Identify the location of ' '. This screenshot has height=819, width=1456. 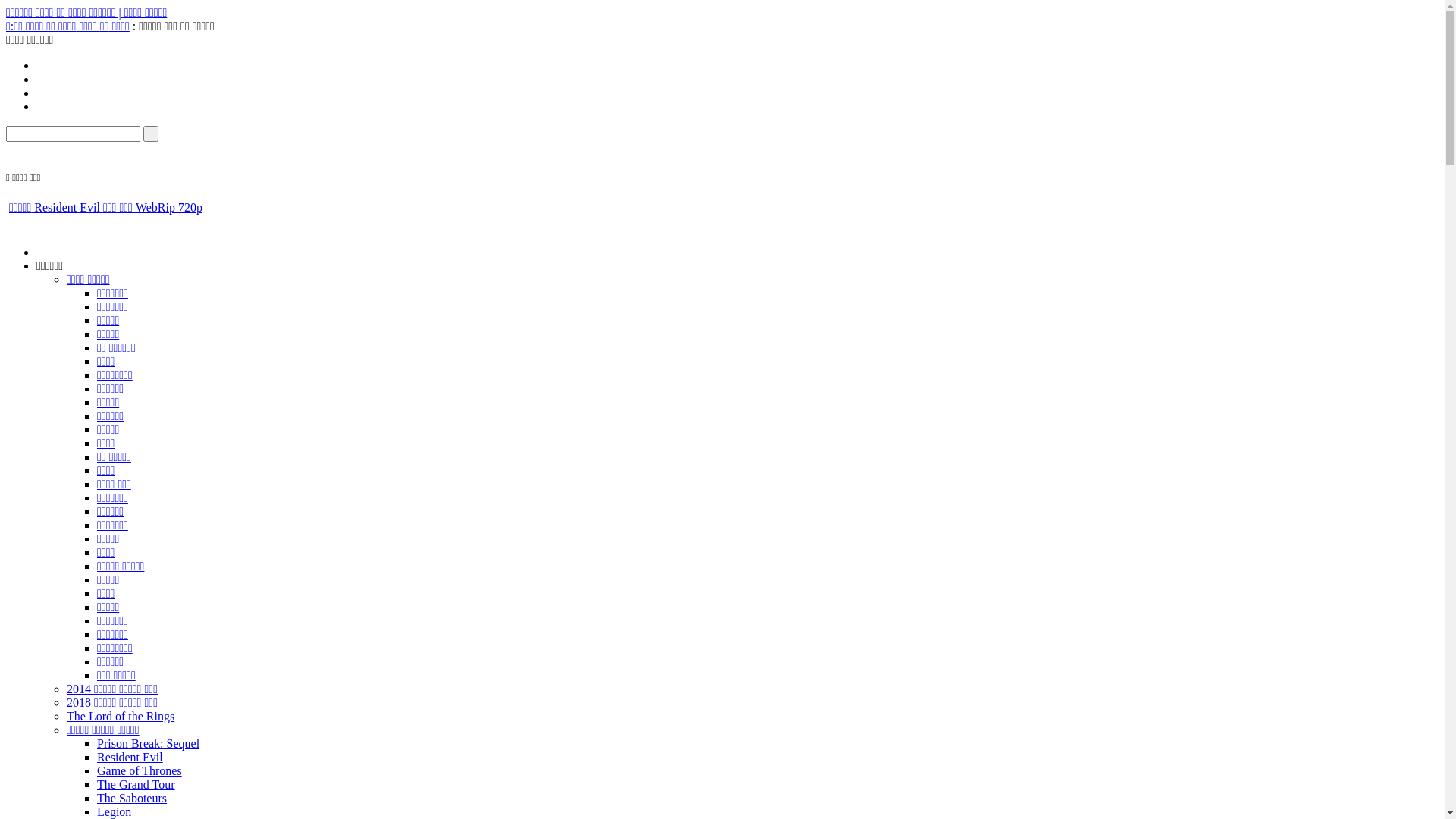
(36, 64).